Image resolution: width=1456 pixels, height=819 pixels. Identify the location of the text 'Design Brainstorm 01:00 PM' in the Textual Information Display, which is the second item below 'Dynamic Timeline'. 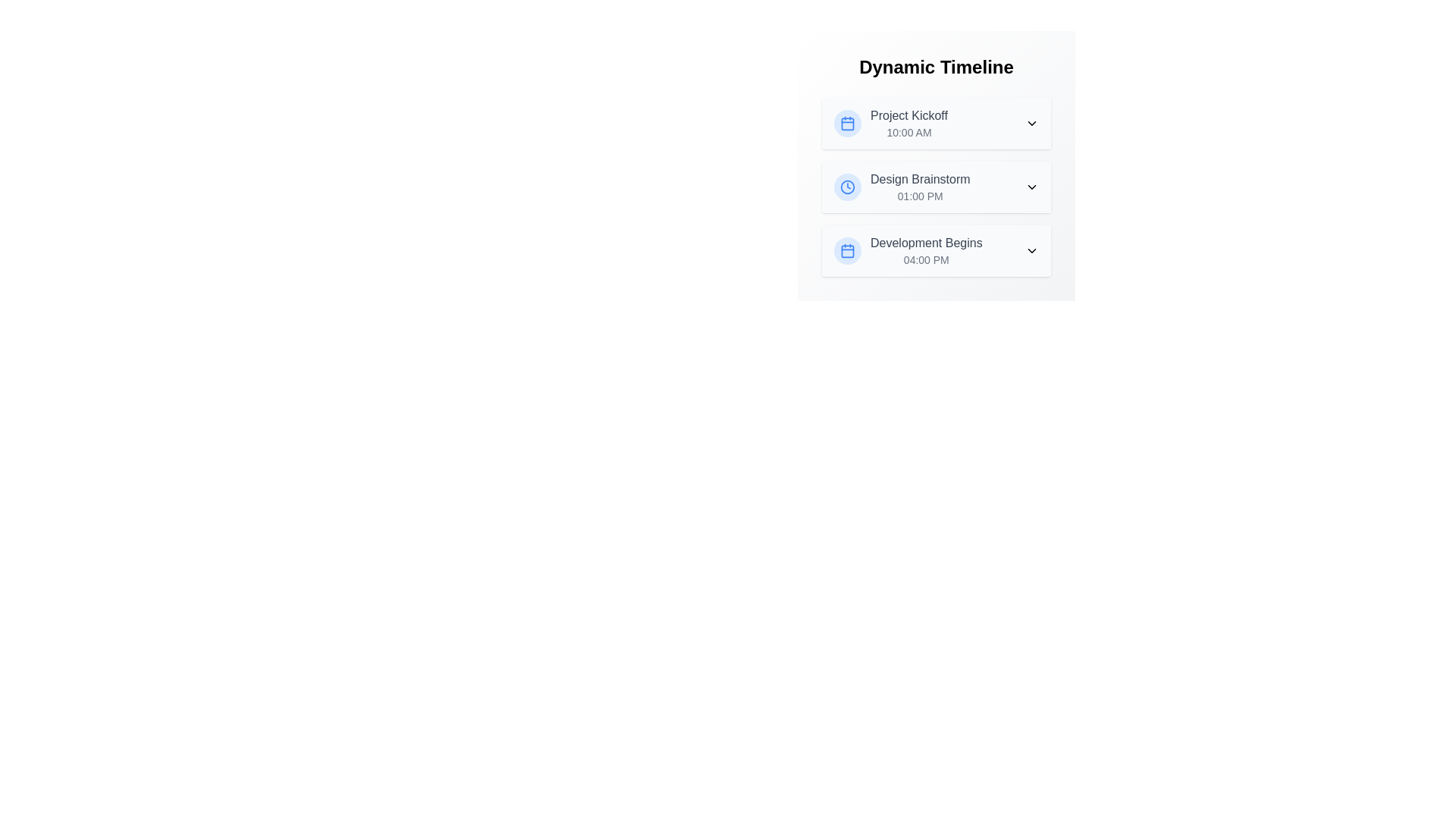
(935, 186).